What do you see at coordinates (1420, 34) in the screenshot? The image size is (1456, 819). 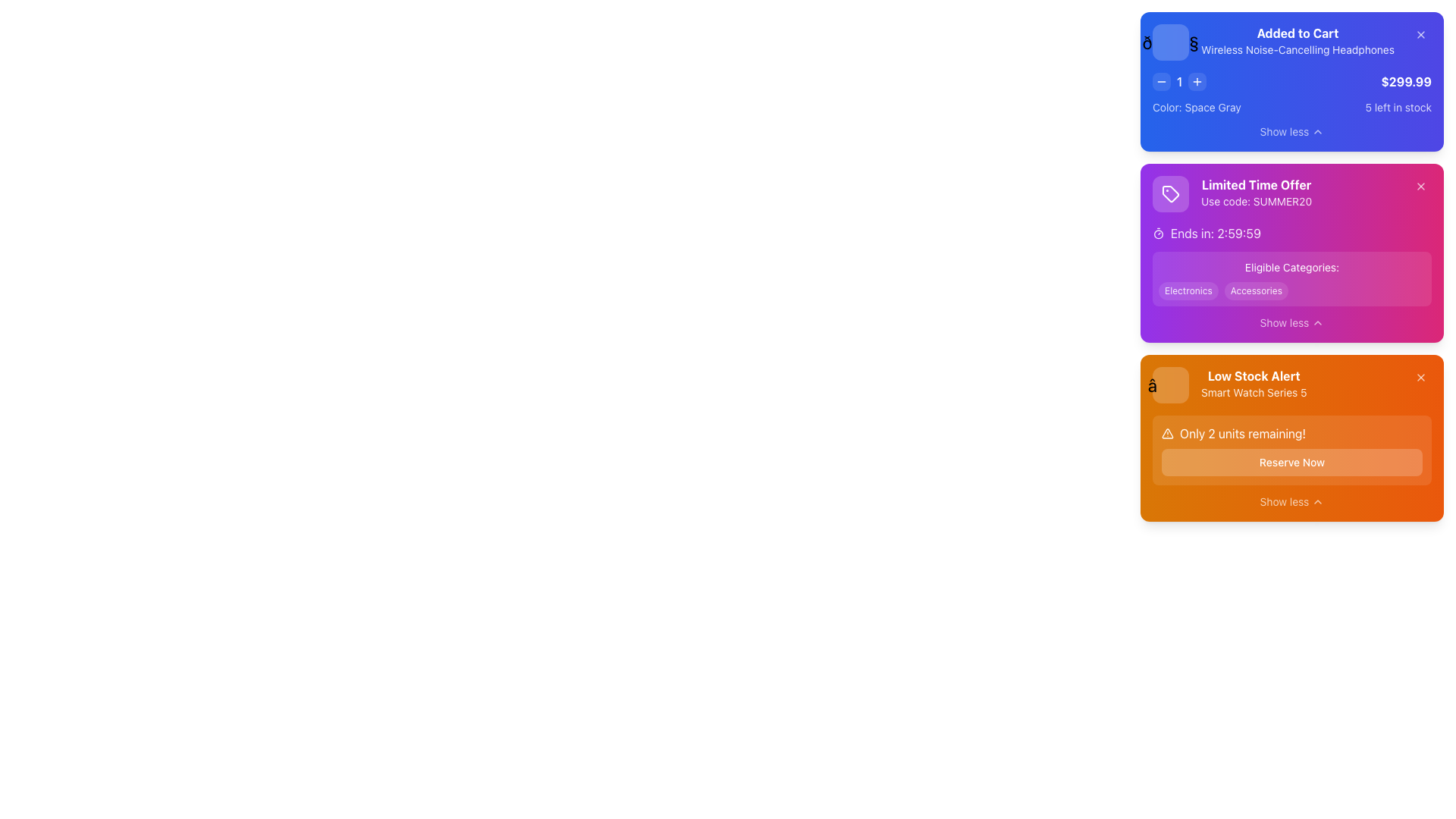 I see `the close button located at the top-right corner of the 'Added to Cart' notification card` at bounding box center [1420, 34].